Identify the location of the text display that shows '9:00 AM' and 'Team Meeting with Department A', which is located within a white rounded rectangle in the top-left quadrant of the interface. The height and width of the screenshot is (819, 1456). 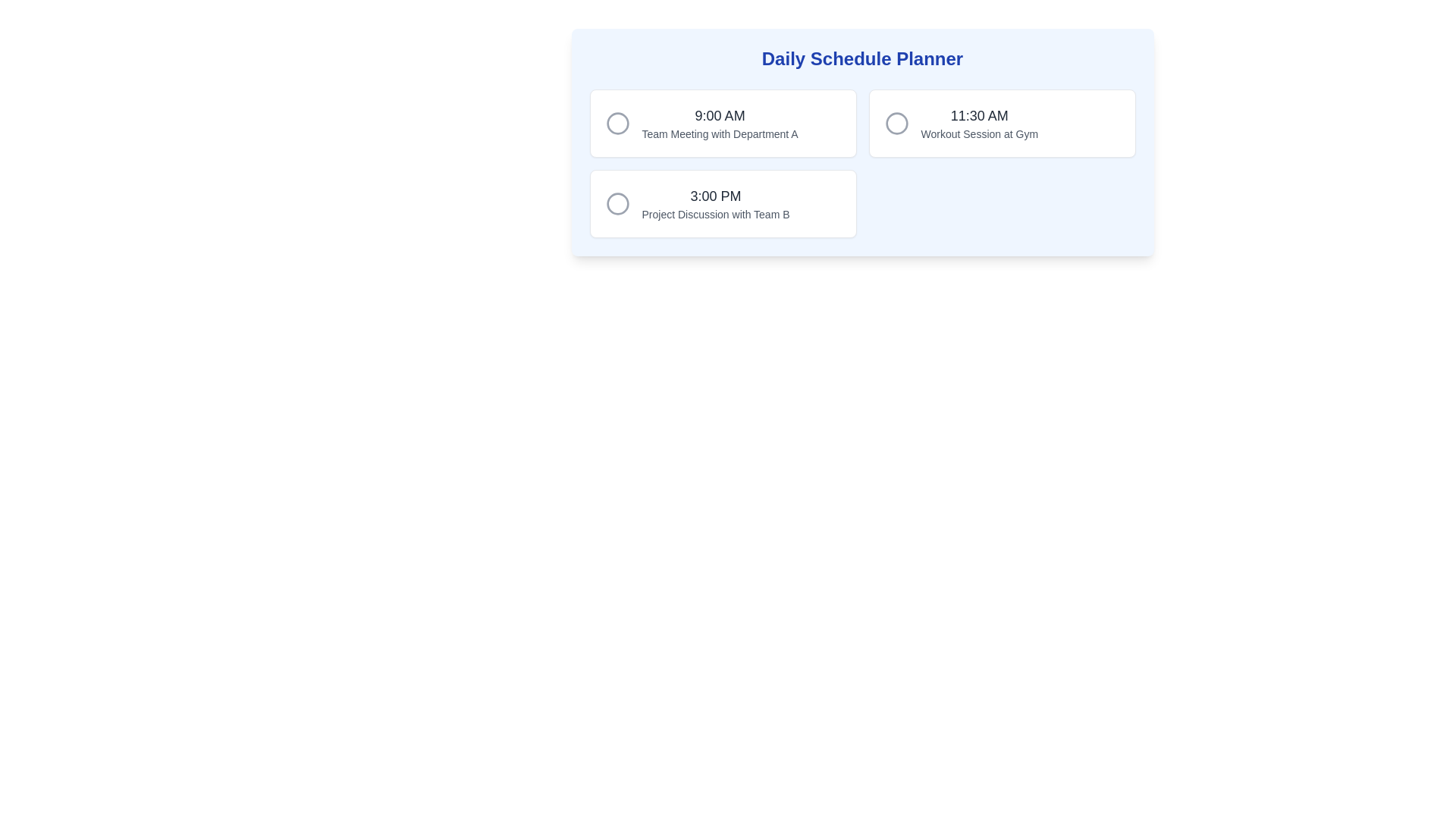
(719, 122).